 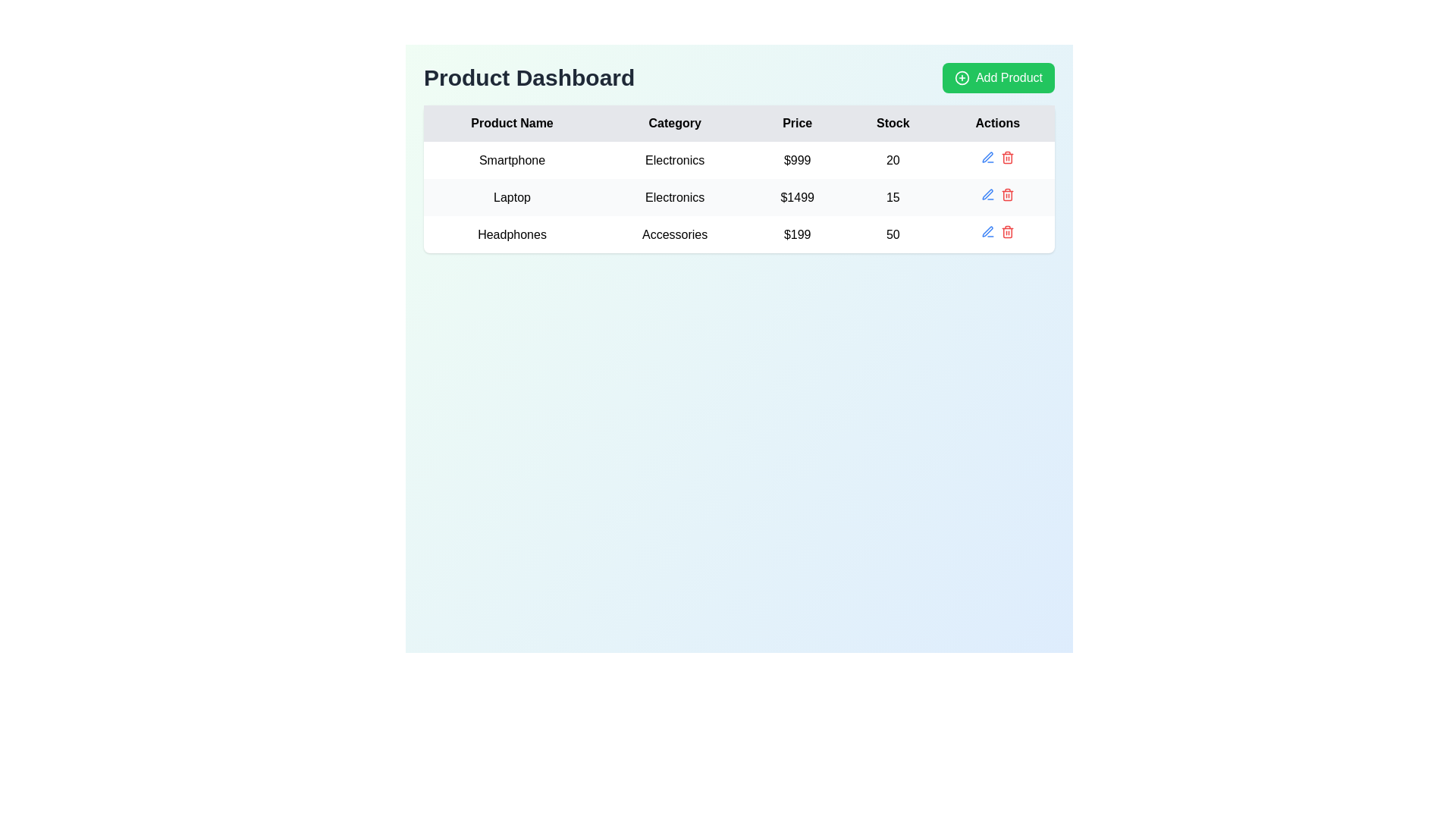 What do you see at coordinates (1007, 231) in the screenshot?
I see `the delete icon located as the second icon in the 'Actions' column of the third row in the table to invoke the delete action` at bounding box center [1007, 231].